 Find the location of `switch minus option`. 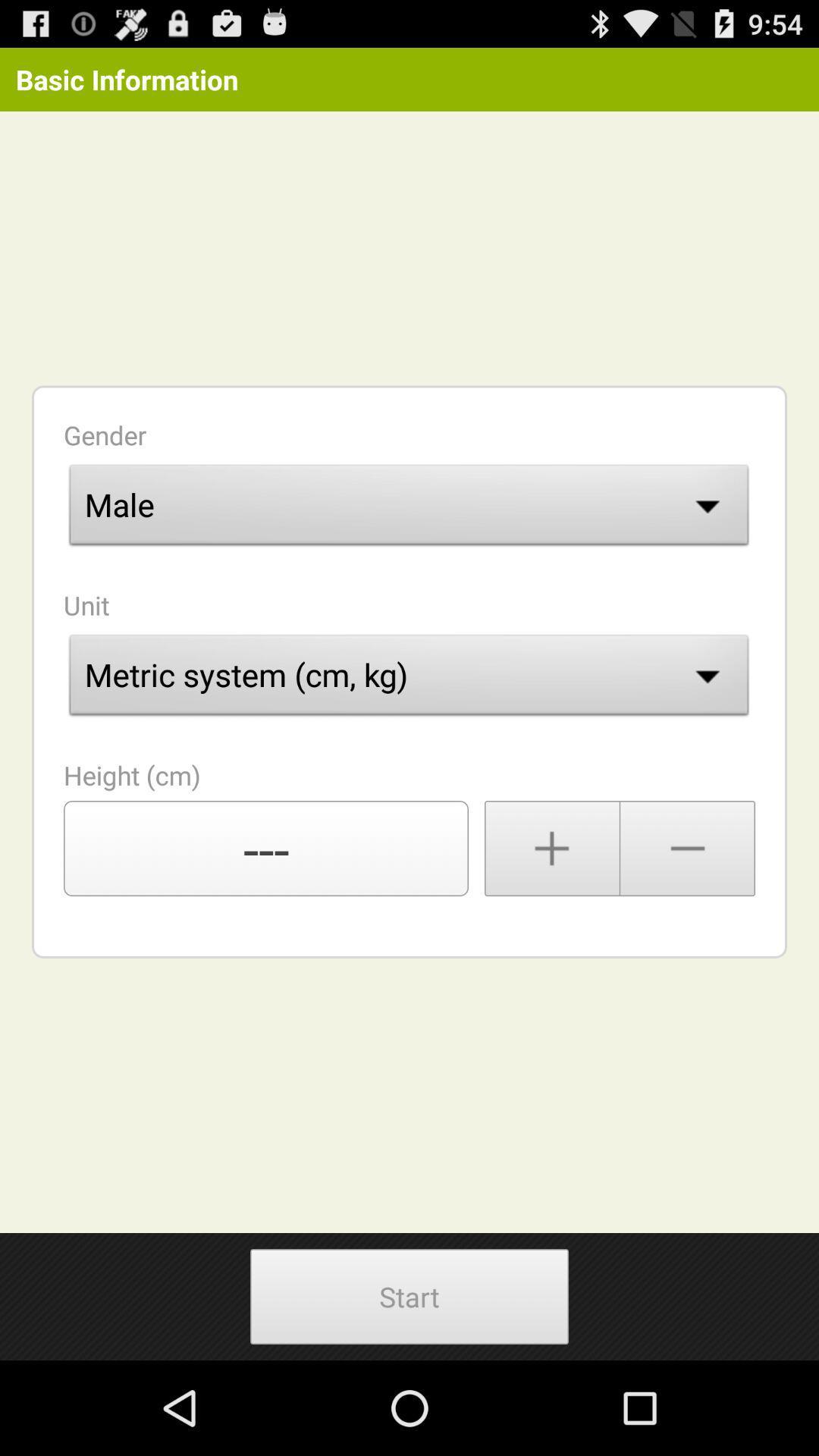

switch minus option is located at coordinates (688, 847).